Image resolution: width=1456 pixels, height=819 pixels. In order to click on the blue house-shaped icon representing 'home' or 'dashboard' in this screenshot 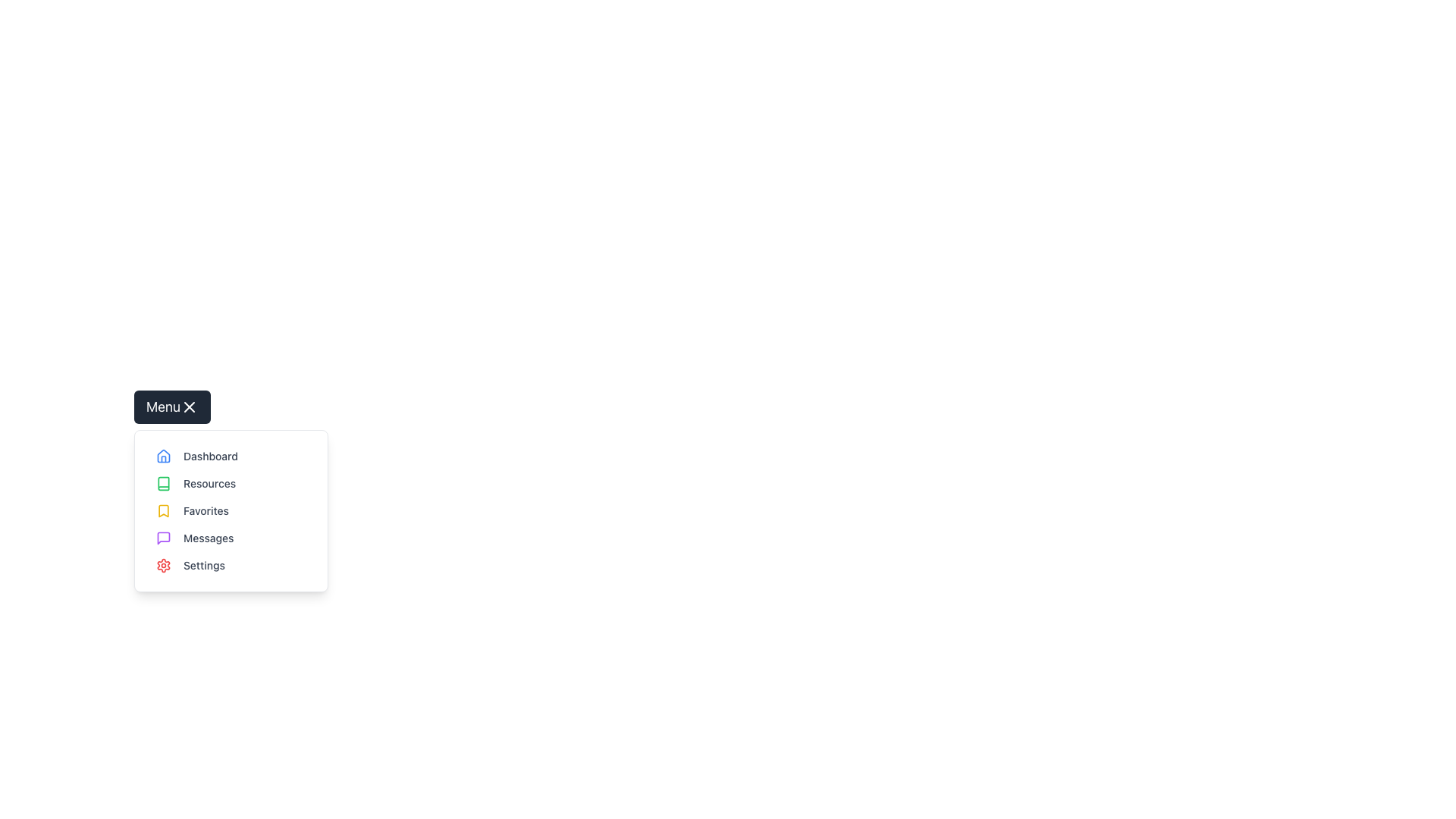, I will do `click(164, 455)`.